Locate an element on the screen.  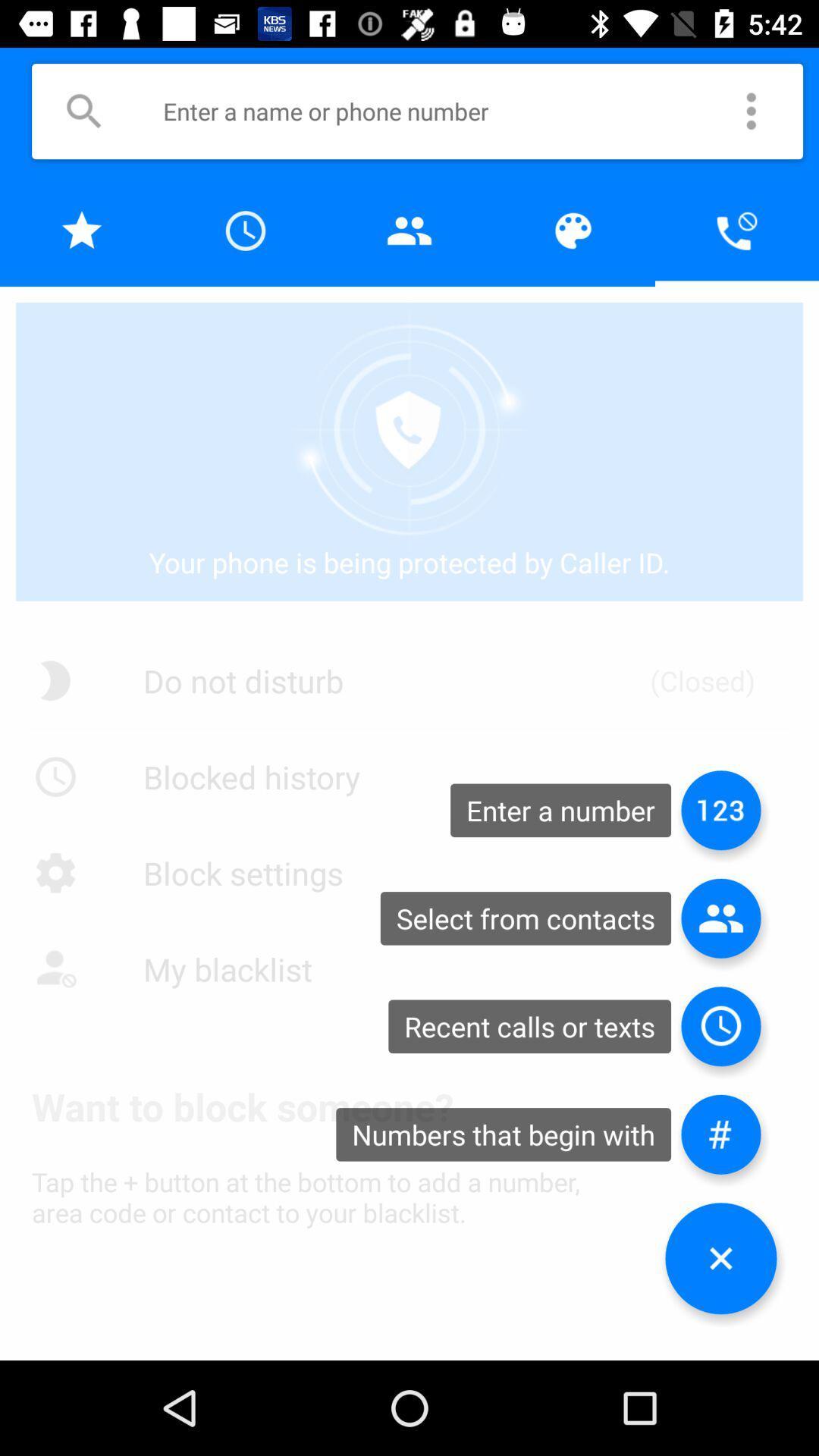
the group icon is located at coordinates (720, 918).